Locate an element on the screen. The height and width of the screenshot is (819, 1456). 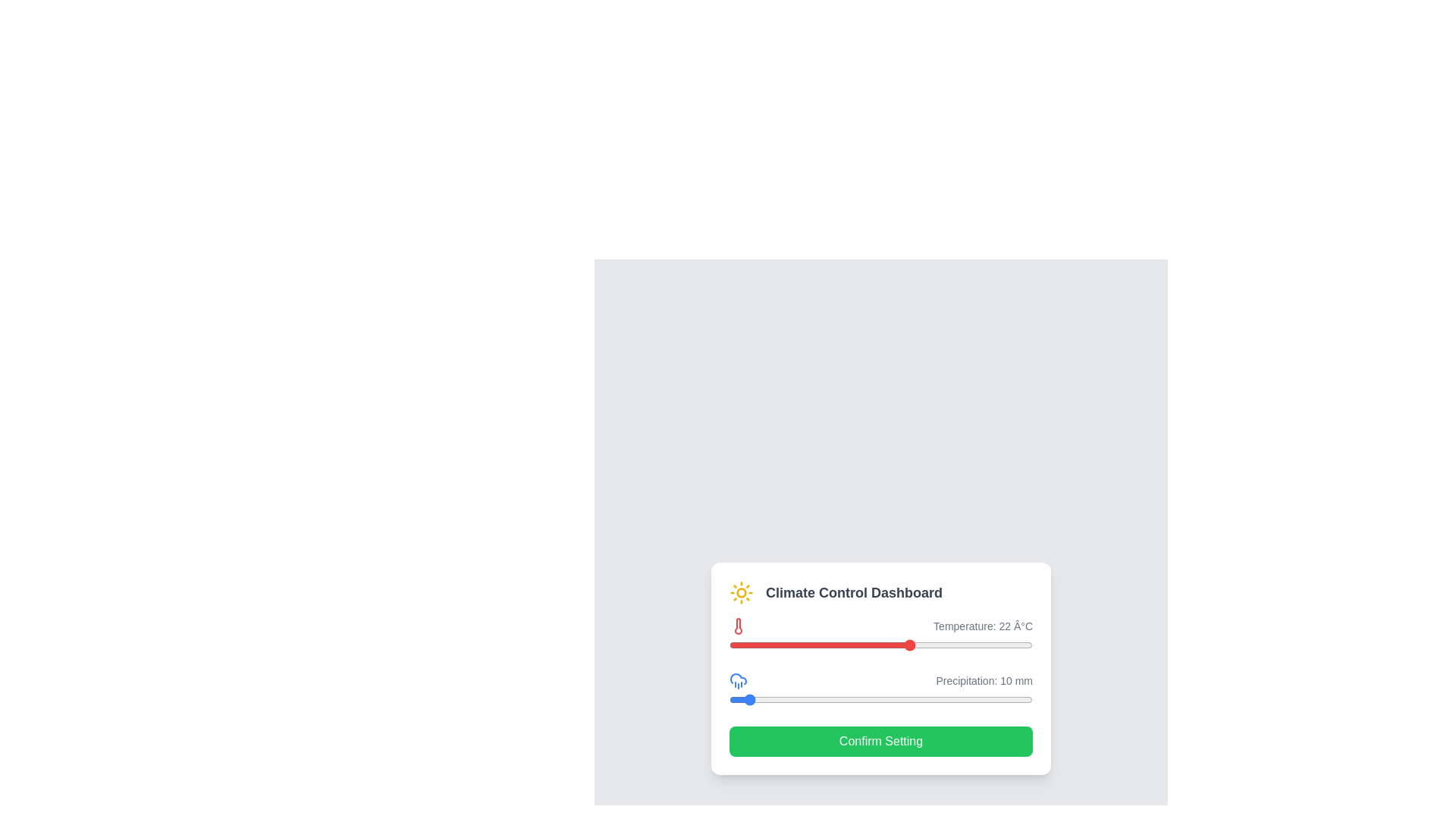
the precipitation slider to 44 mm is located at coordinates (795, 699).